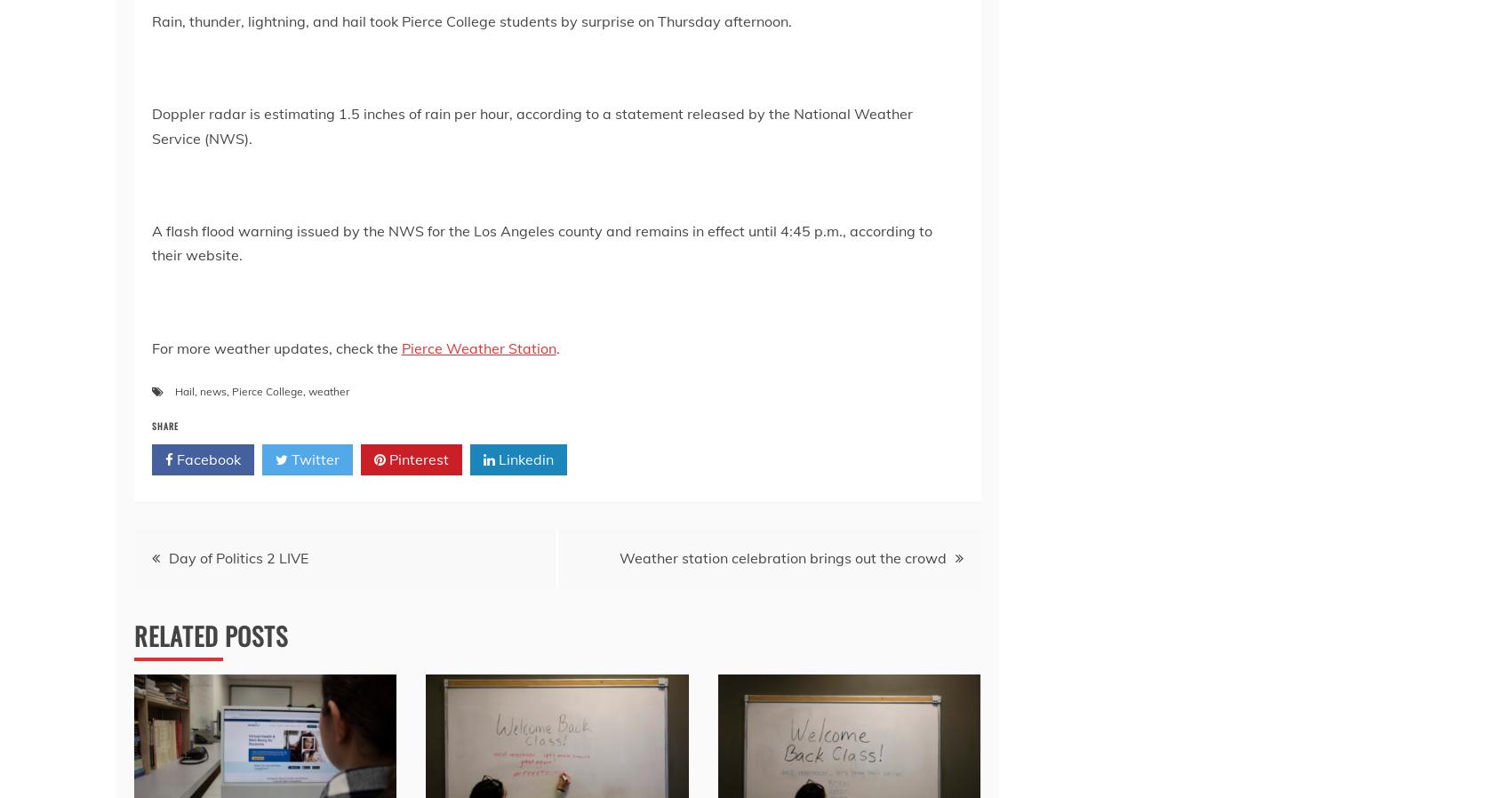  Describe the element at coordinates (183, 390) in the screenshot. I see `'Hail'` at that location.